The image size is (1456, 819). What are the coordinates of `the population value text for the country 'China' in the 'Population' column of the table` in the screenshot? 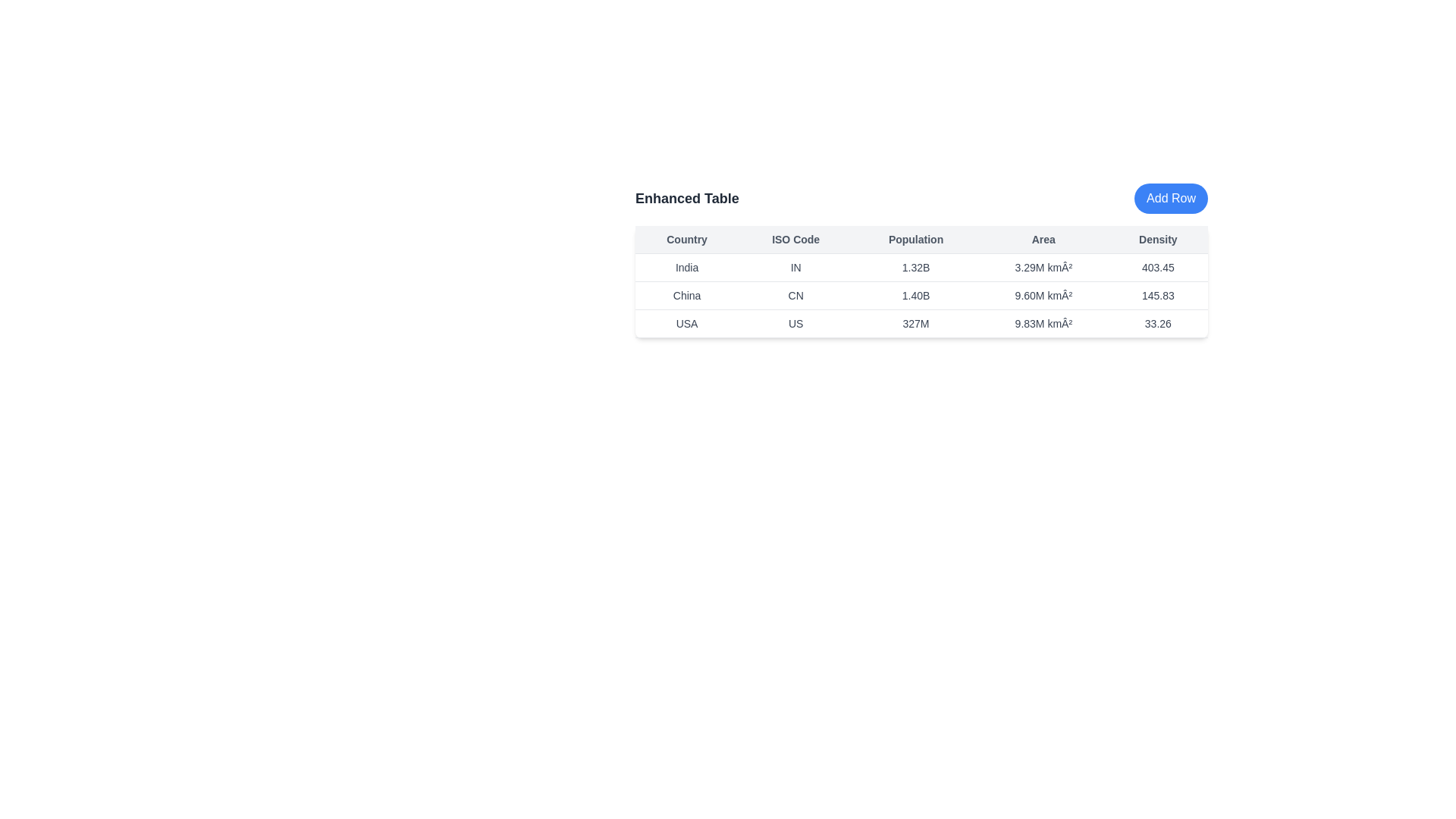 It's located at (915, 295).